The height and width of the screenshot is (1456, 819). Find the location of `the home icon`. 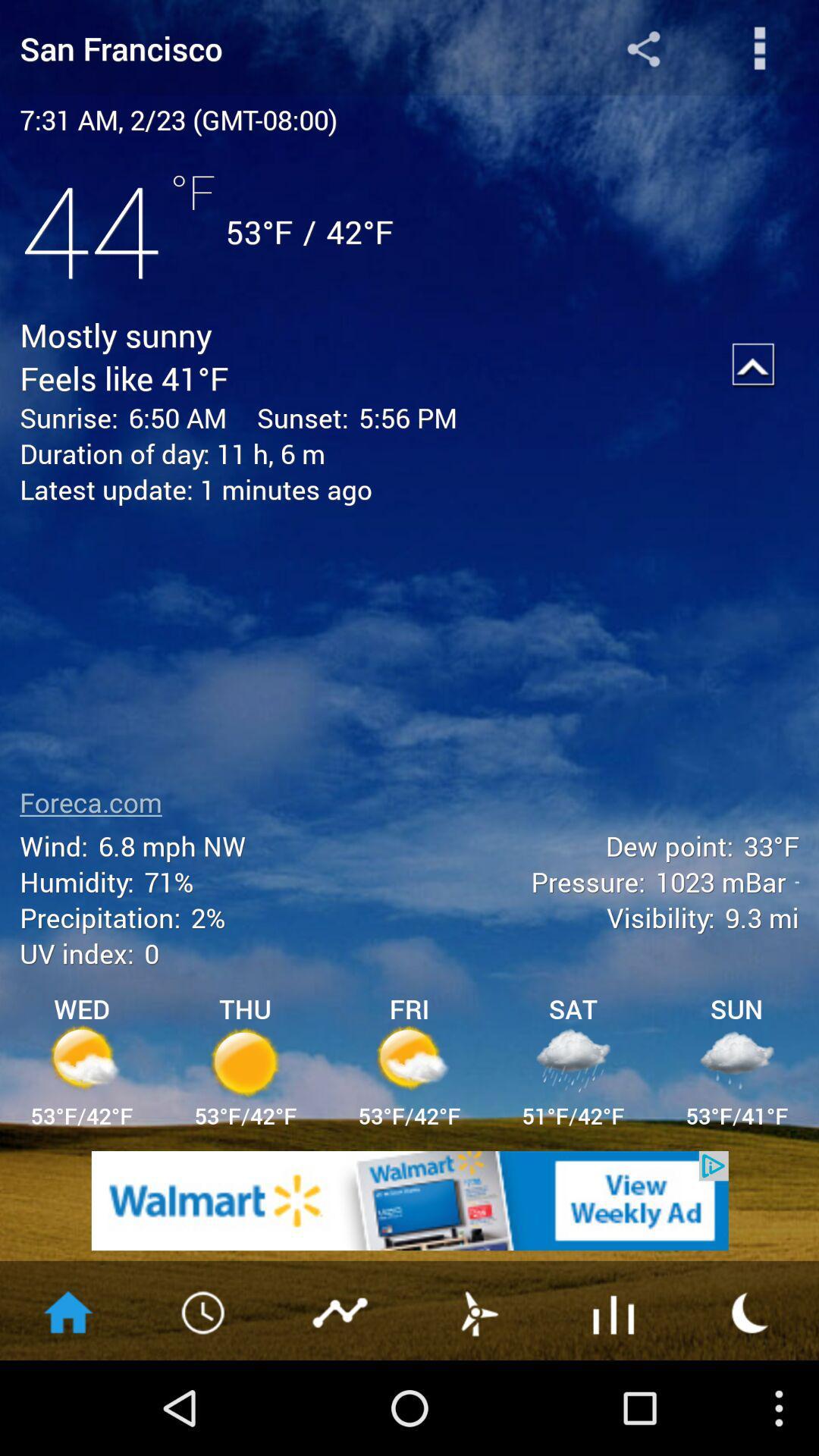

the home icon is located at coordinates (67, 1402).